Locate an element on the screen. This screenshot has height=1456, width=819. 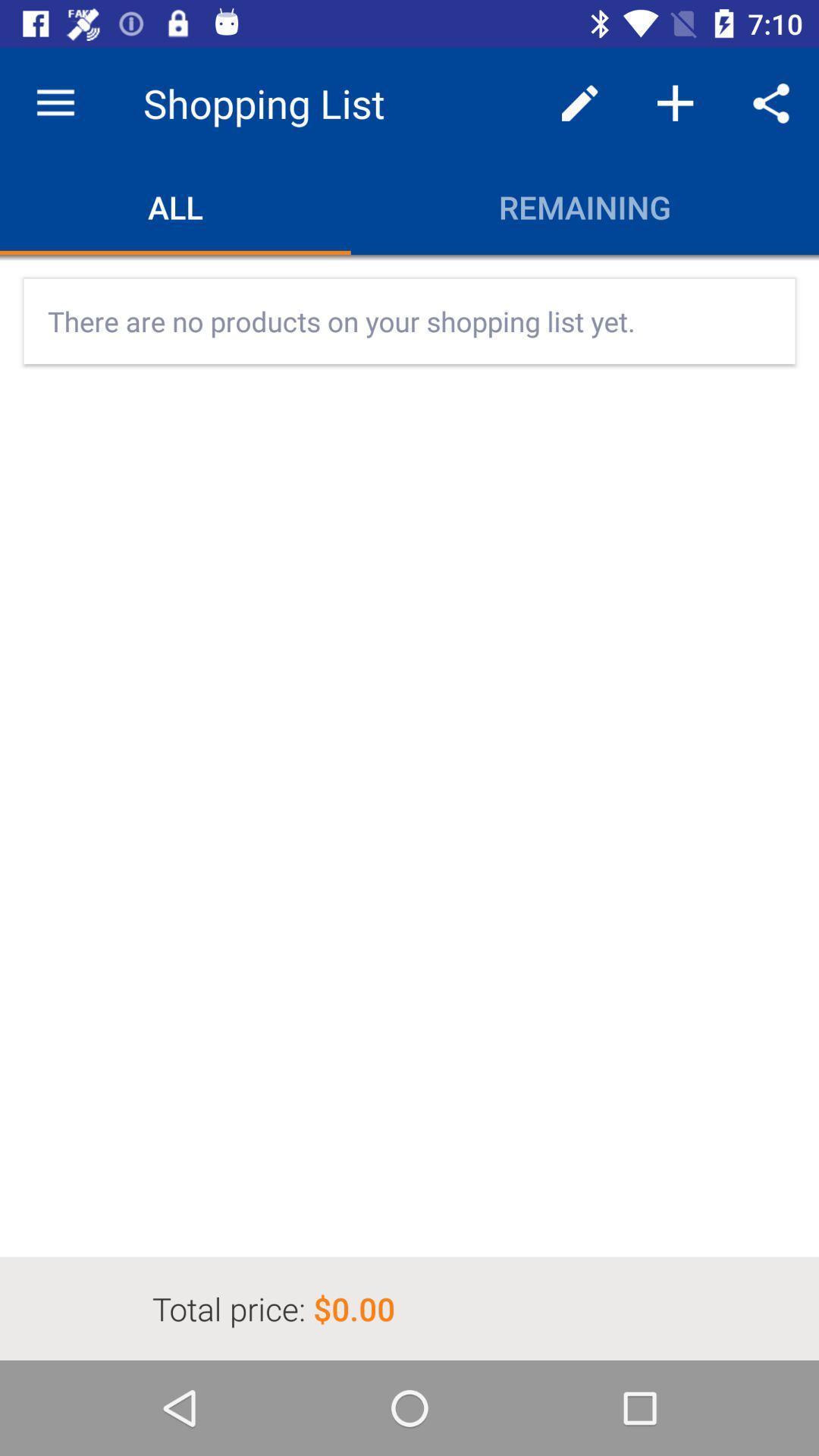
item above the remaining icon is located at coordinates (579, 102).